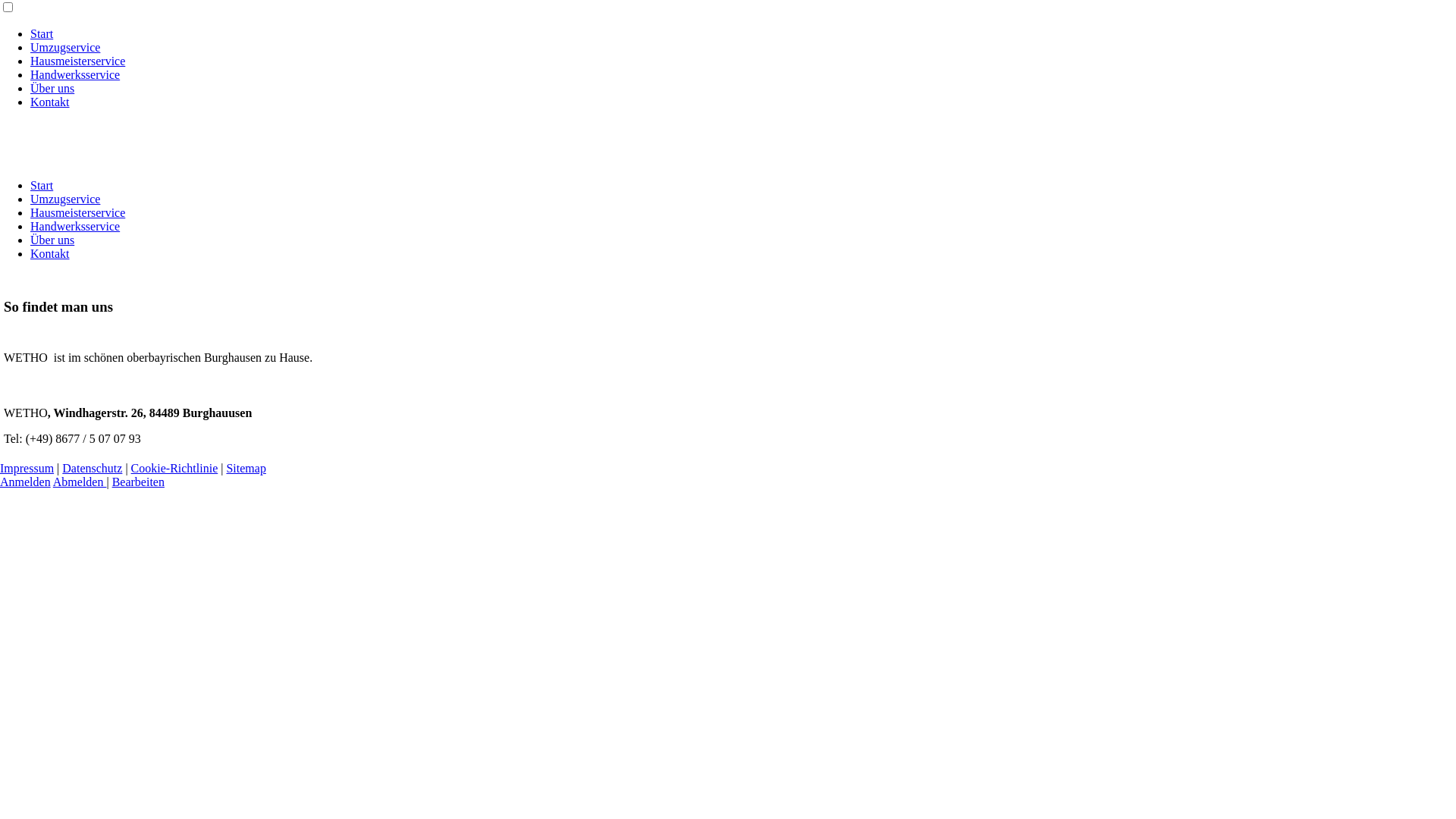 This screenshot has width=1456, height=819. Describe the element at coordinates (246, 467) in the screenshot. I see `'Sitemap'` at that location.